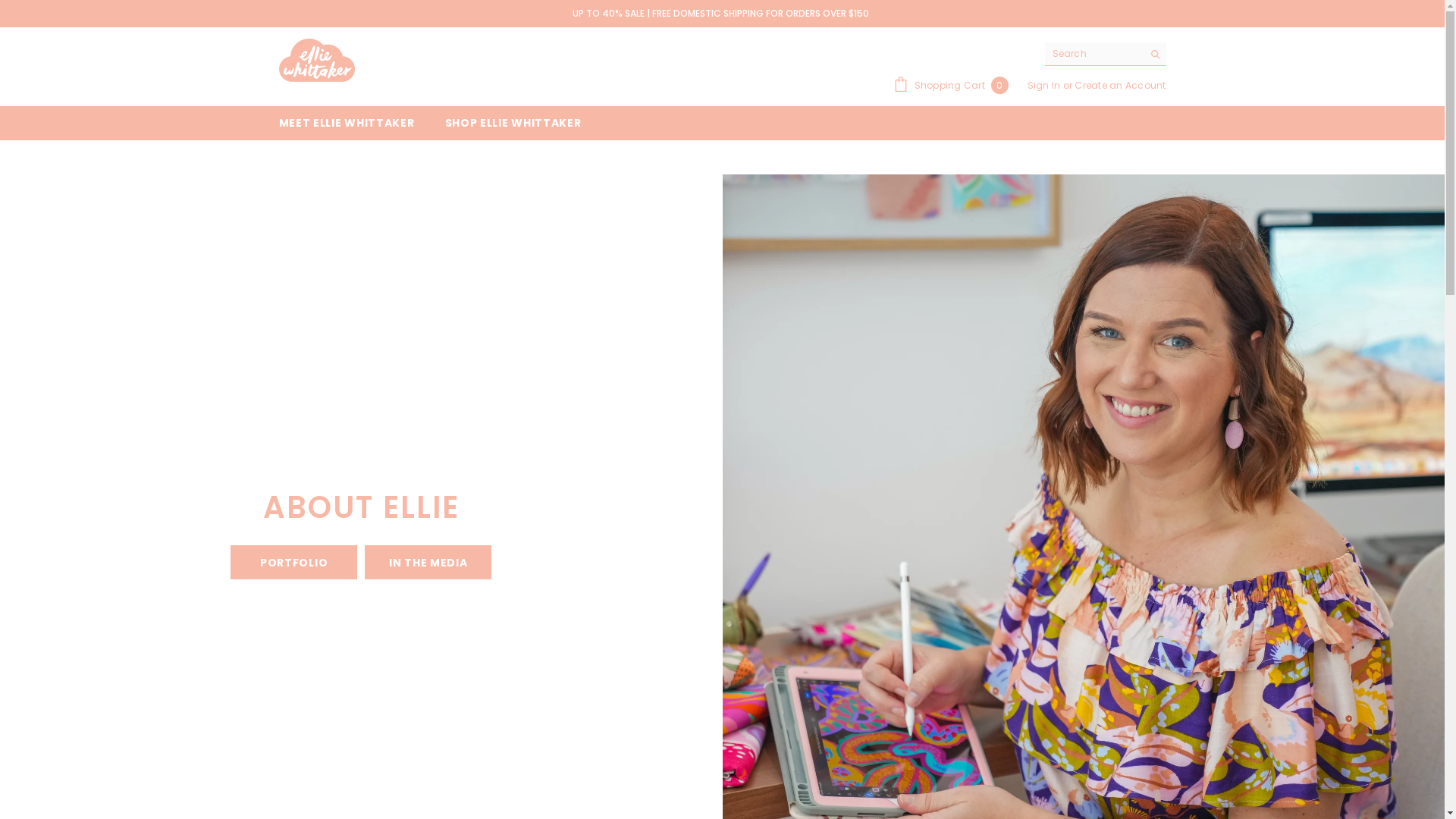  Describe the element at coordinates (346, 122) in the screenshot. I see `'MEET ELLIE WHITTAKER'` at that location.